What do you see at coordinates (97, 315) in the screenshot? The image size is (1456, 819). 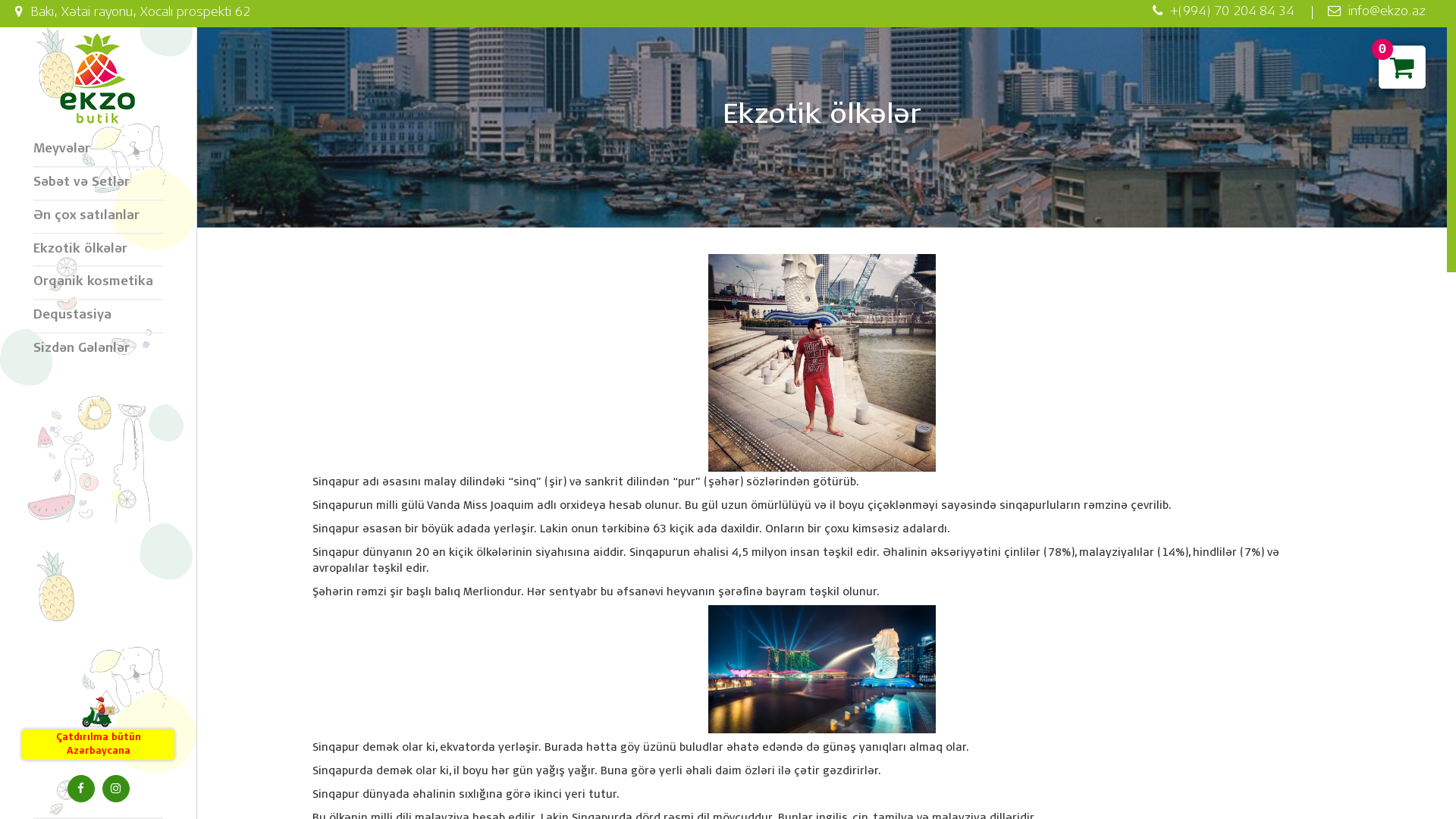 I see `'Dequstasiya'` at bounding box center [97, 315].